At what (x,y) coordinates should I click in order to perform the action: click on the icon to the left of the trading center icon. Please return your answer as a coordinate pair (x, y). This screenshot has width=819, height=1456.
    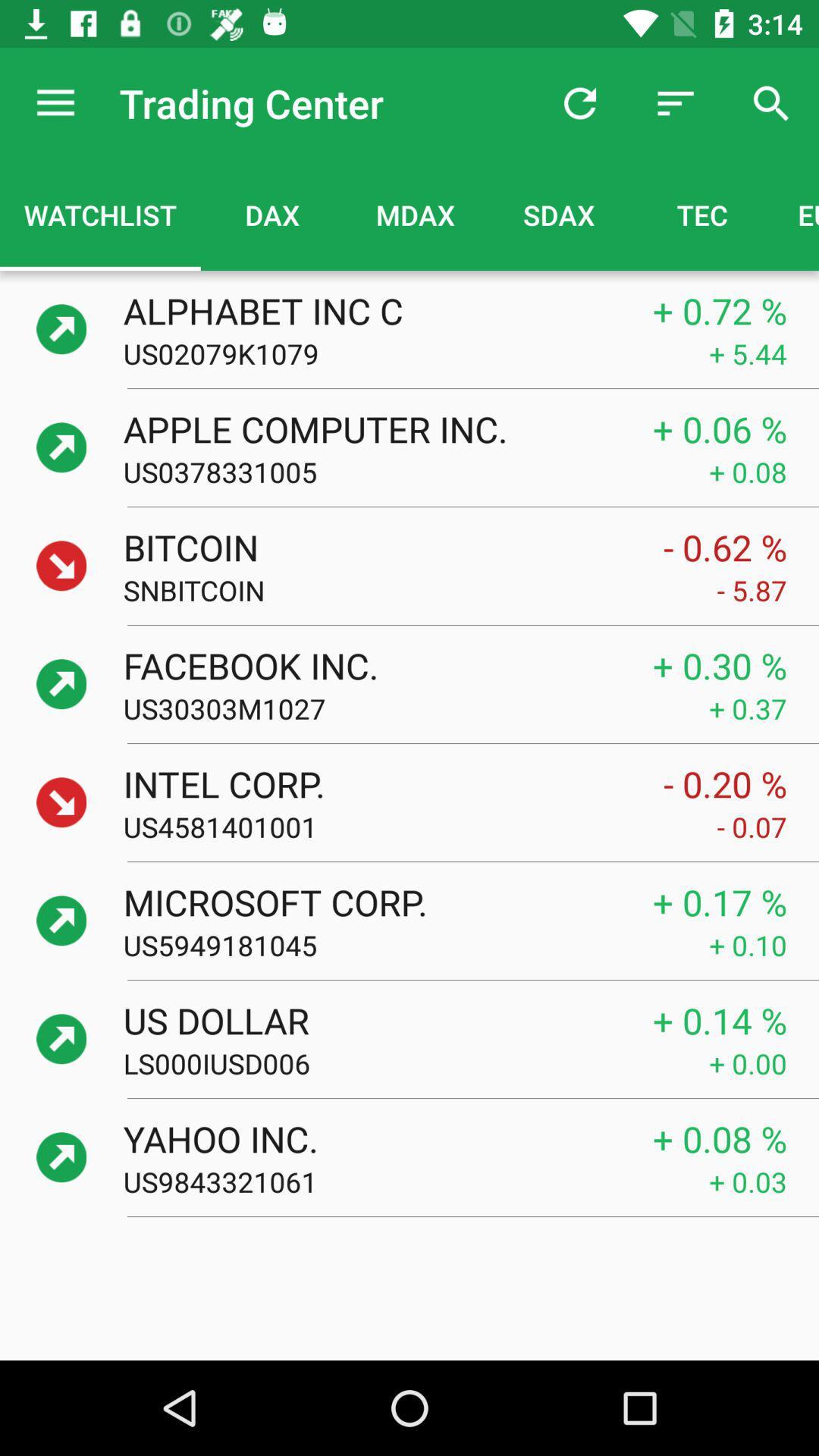
    Looking at the image, I should click on (55, 102).